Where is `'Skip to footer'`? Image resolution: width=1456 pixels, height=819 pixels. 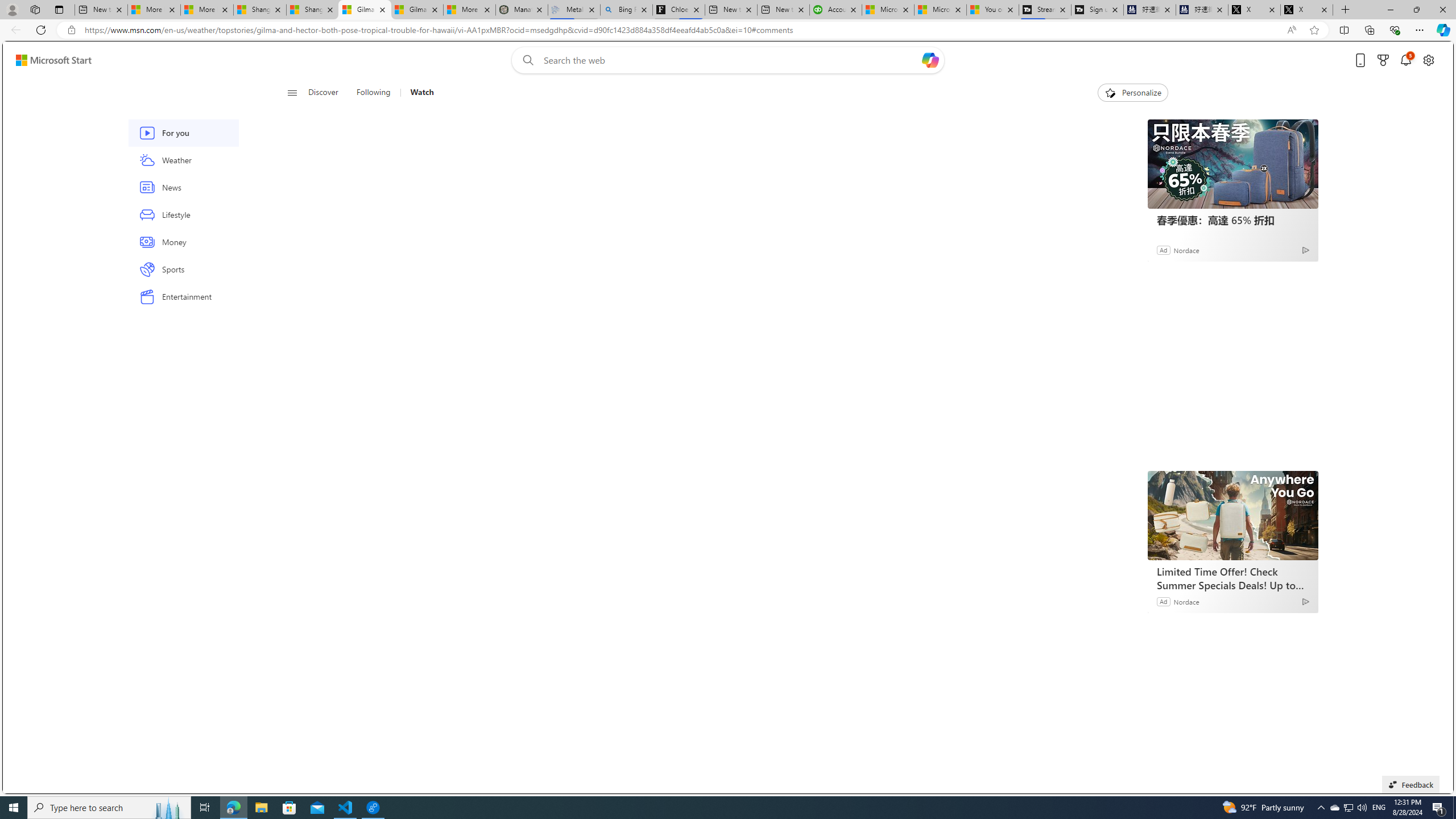
'Skip to footer' is located at coordinates (46, 59).